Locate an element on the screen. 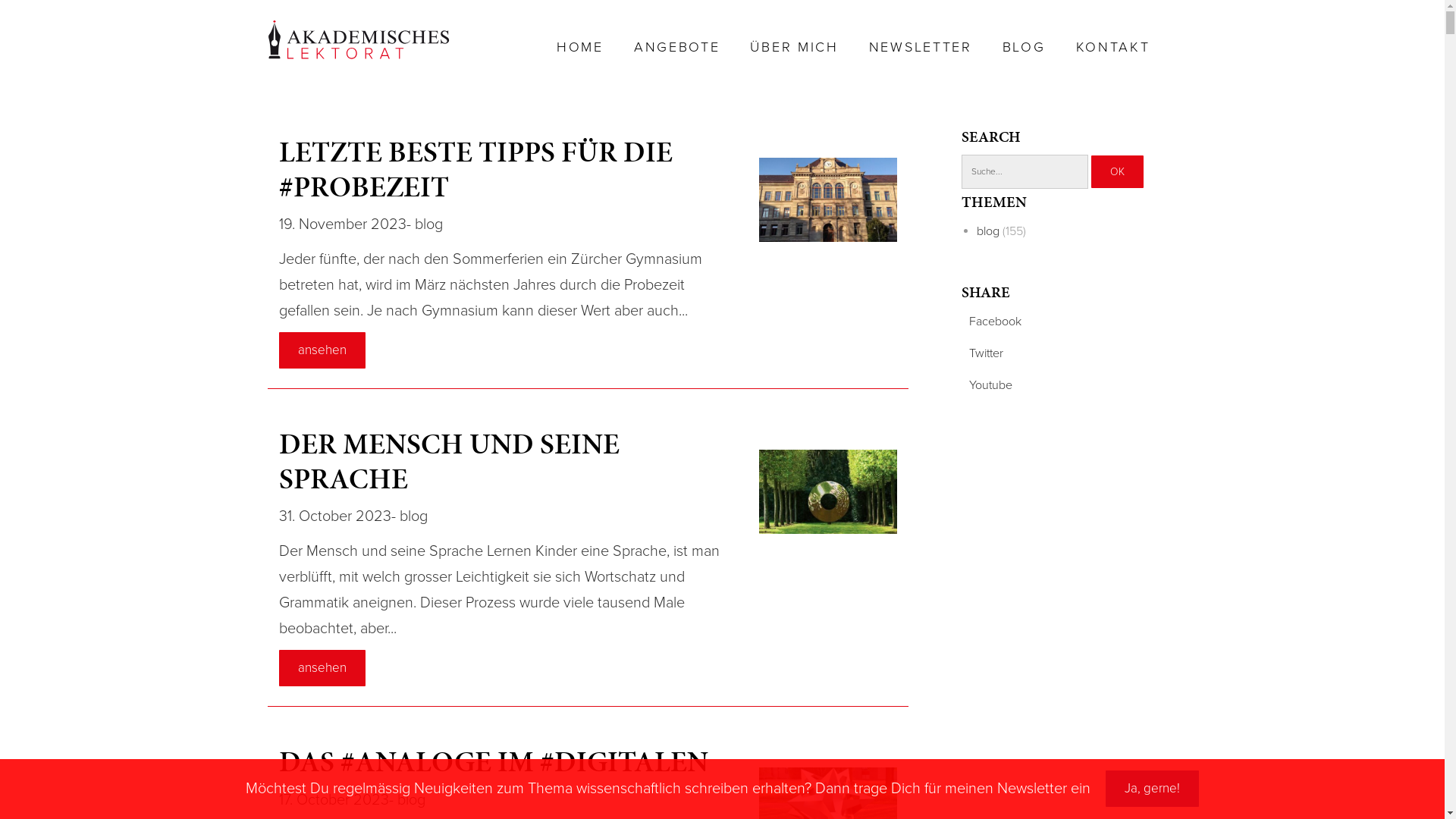 This screenshot has width=1456, height=819. 'OK' is located at coordinates (1116, 171).